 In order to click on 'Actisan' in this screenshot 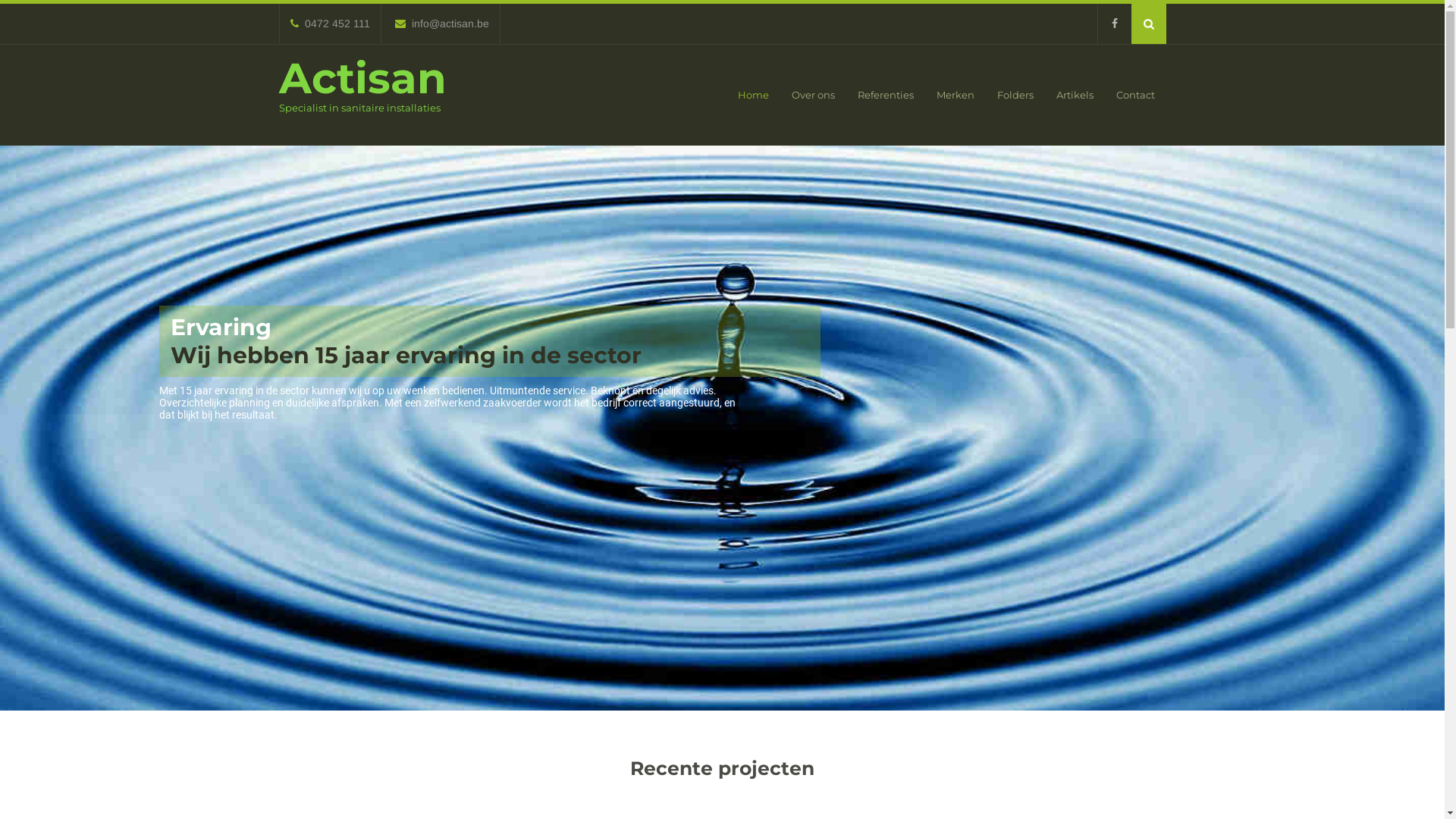, I will do `click(279, 78)`.